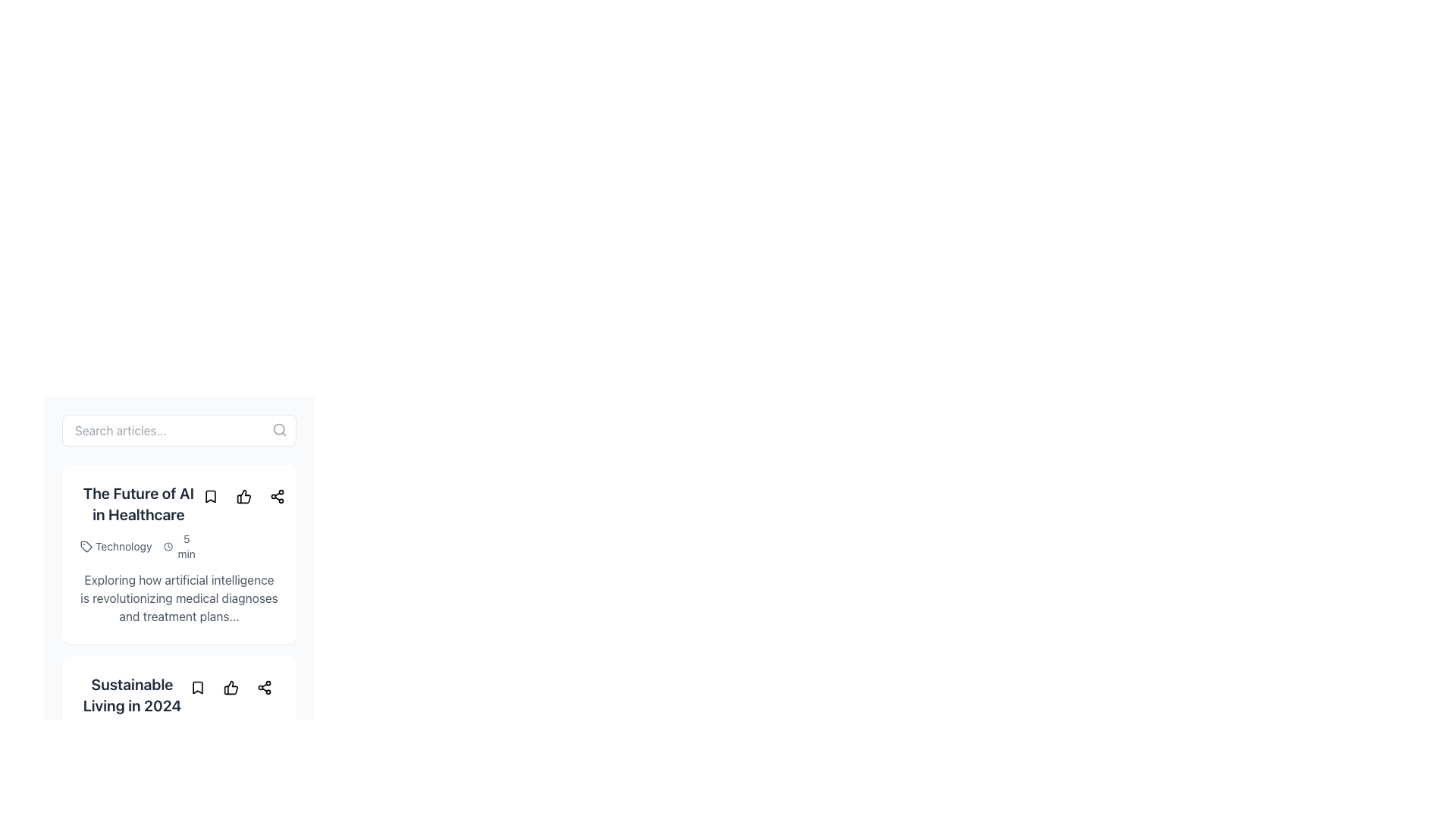 The image size is (1456, 819). What do you see at coordinates (277, 497) in the screenshot?
I see `the share icon button located at the top right of the card titled 'The Future of AI in Healthcare' to share the item` at bounding box center [277, 497].